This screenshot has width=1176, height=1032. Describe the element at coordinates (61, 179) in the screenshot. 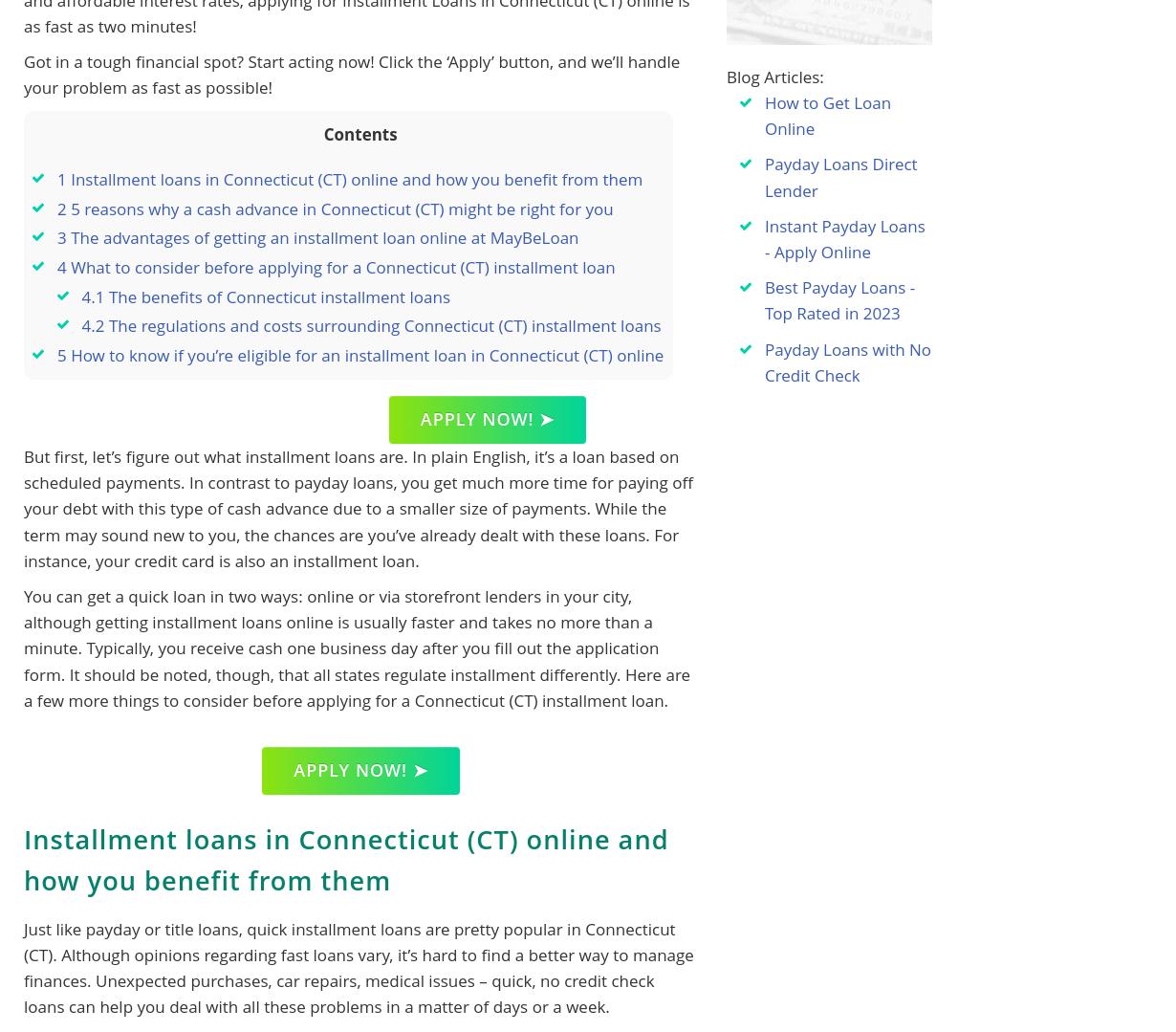

I see `'1'` at that location.